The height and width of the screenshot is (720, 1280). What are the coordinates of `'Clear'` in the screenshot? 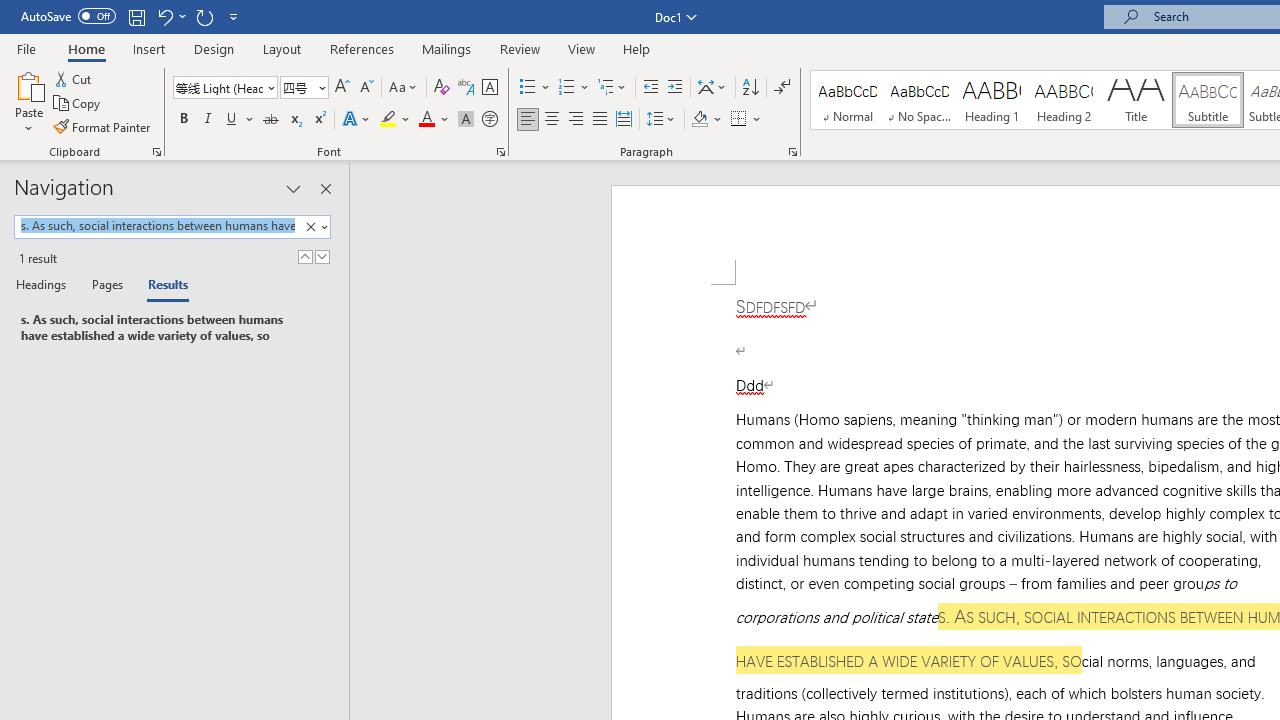 It's located at (310, 226).